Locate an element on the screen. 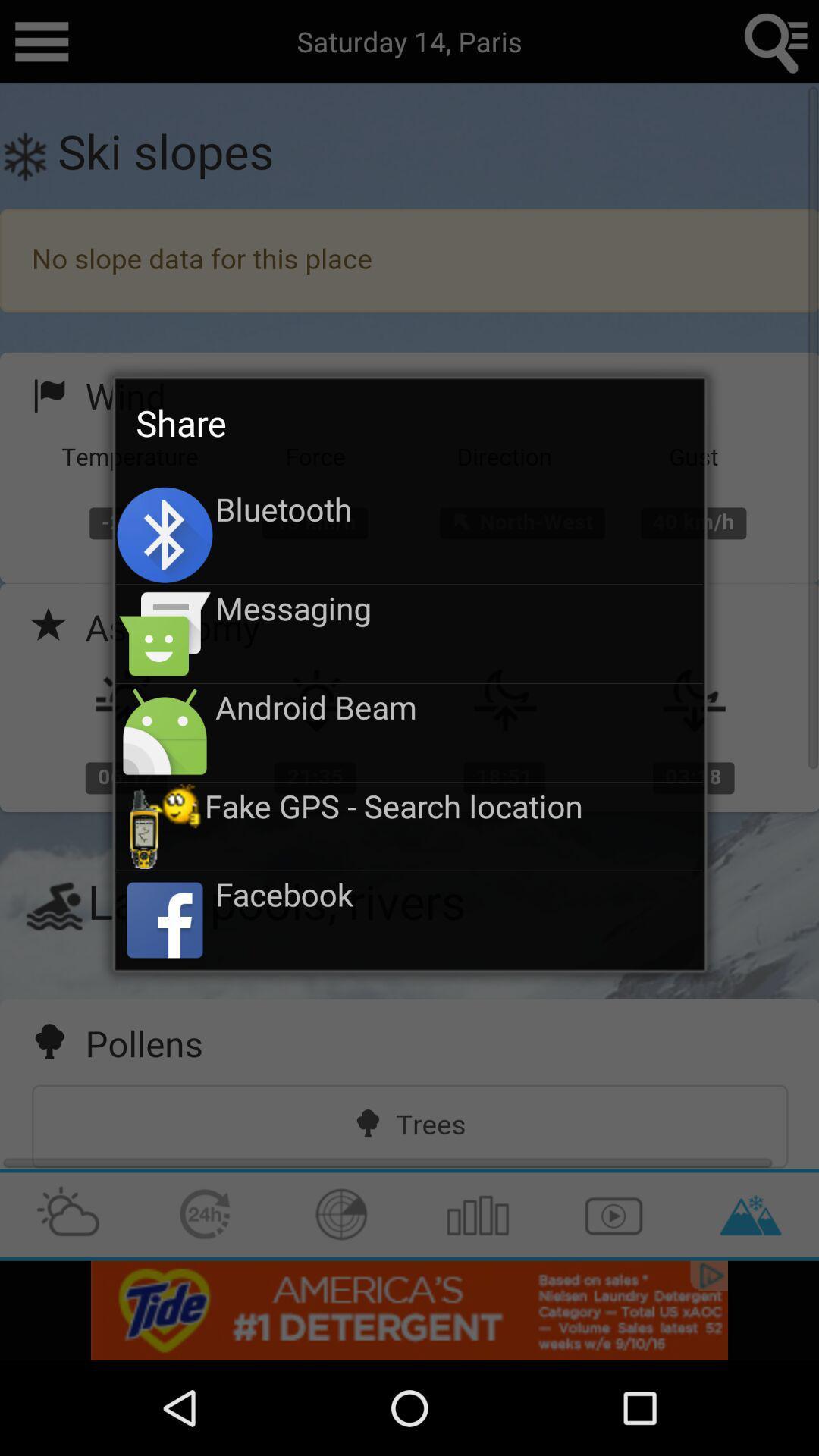 Image resolution: width=819 pixels, height=1456 pixels. messaging is located at coordinates (458, 607).